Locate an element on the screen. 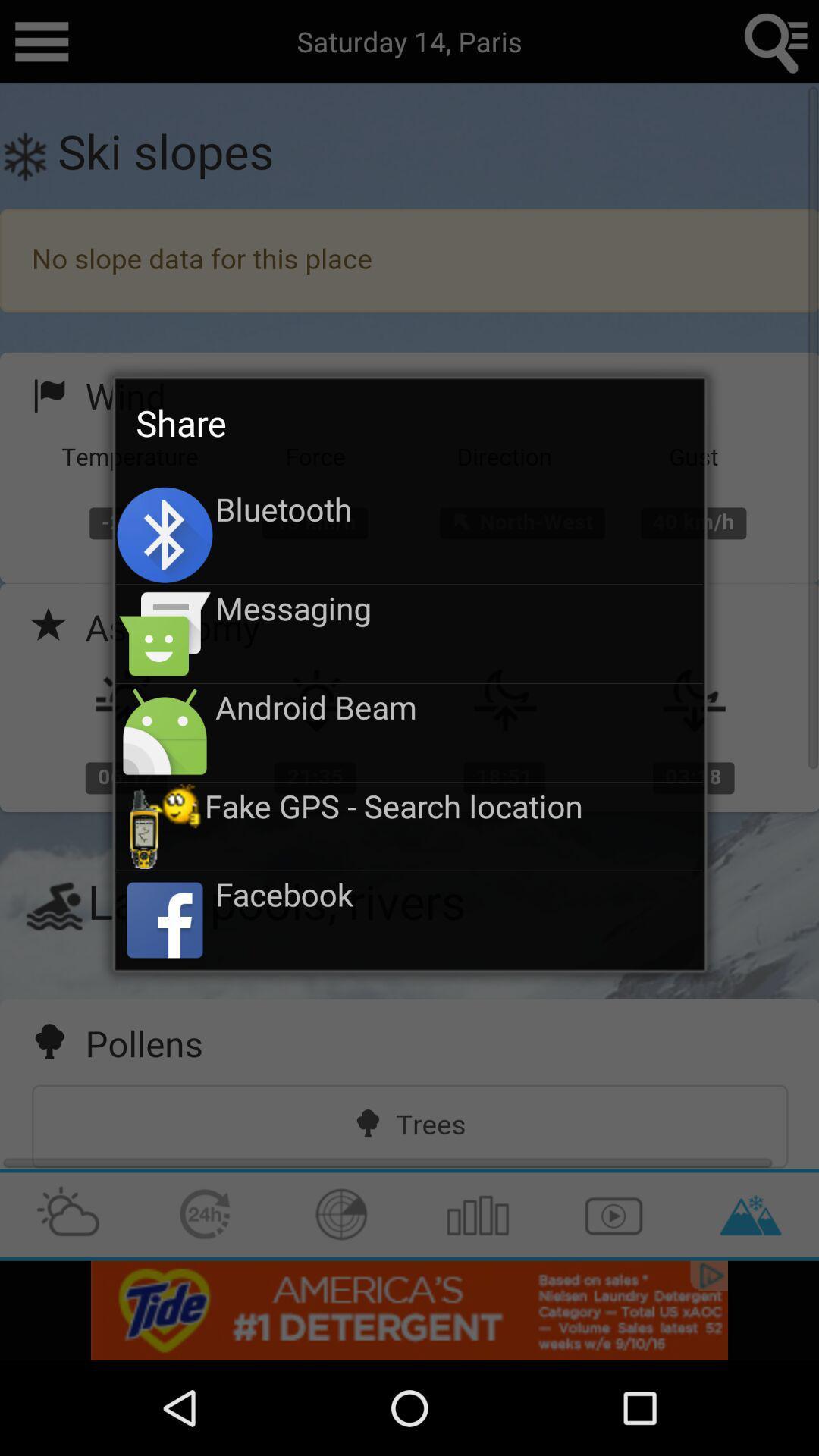 Image resolution: width=819 pixels, height=1456 pixels. messaging is located at coordinates (458, 607).